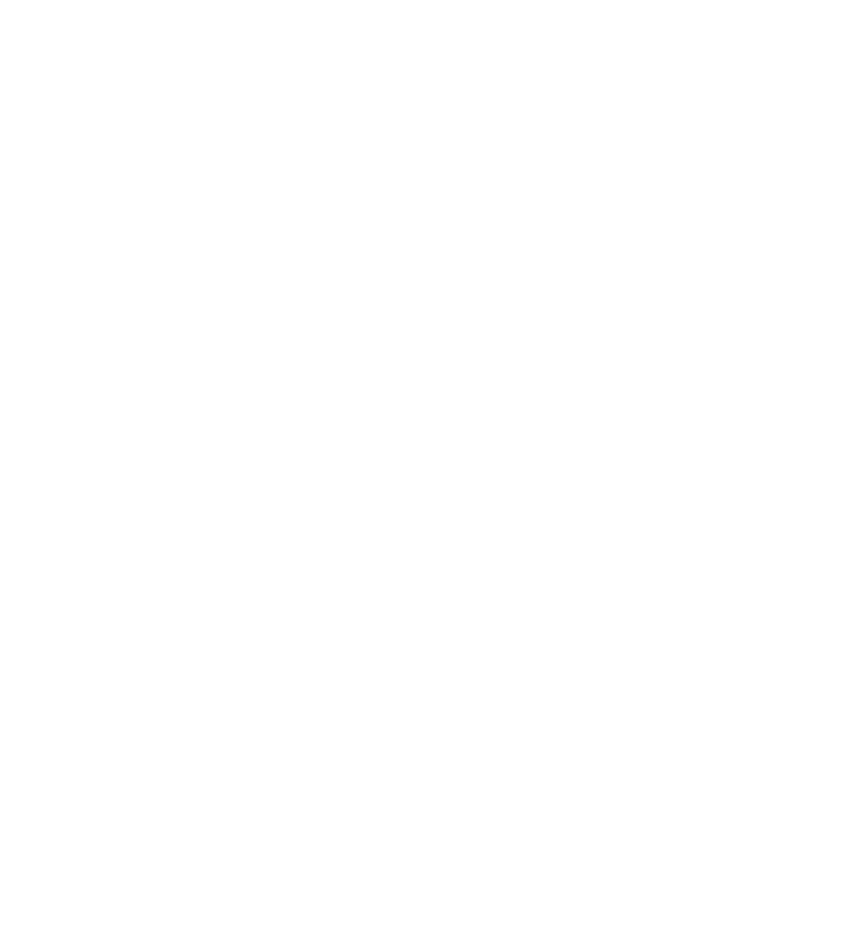 This screenshot has width=850, height=951. Describe the element at coordinates (465, 273) in the screenshot. I see `'Critical Atlassian Bug Exploit Now Available; Immediate Patching Needed'` at that location.